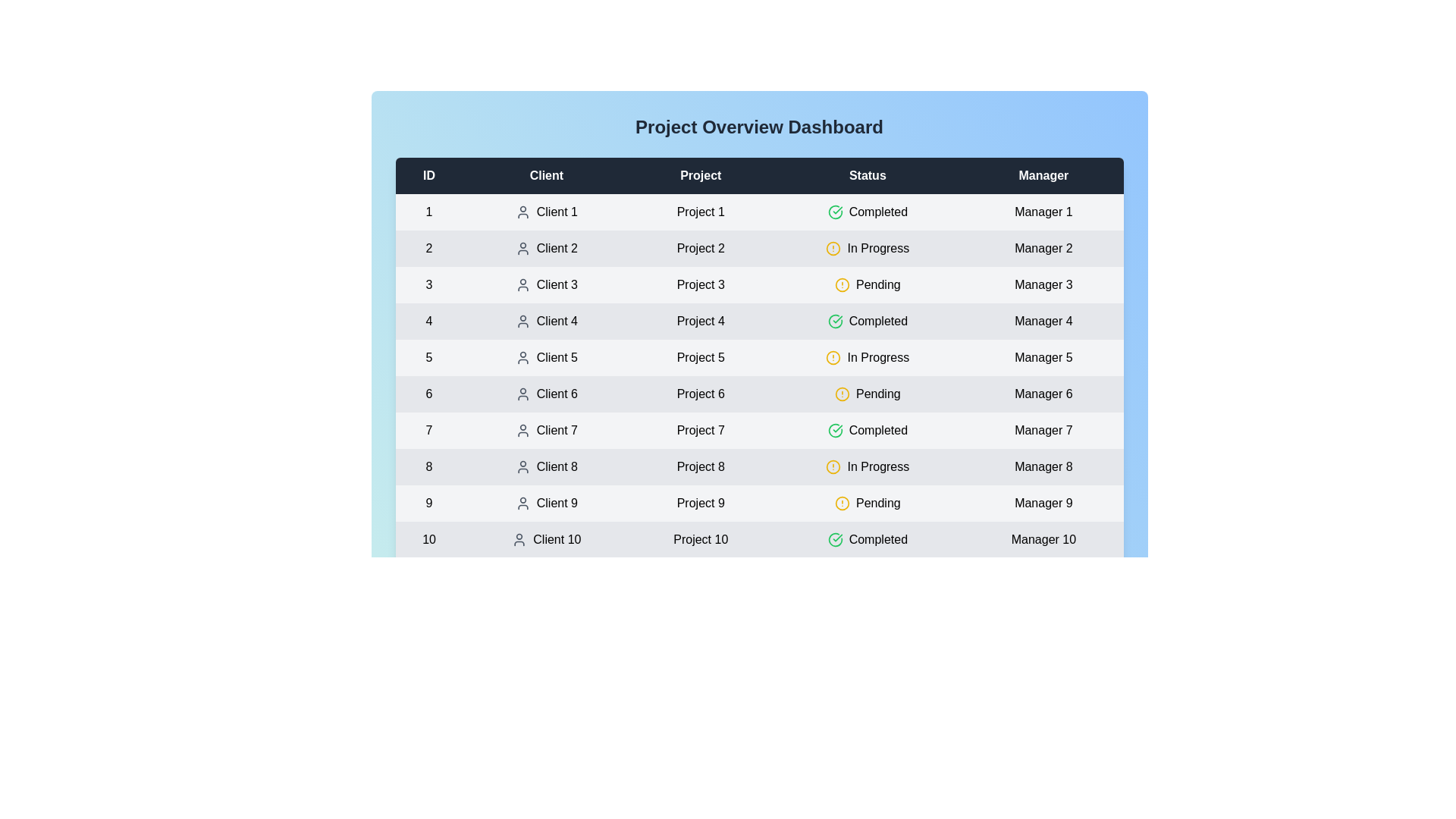  What do you see at coordinates (428, 174) in the screenshot?
I see `the table header ID to sort the column` at bounding box center [428, 174].